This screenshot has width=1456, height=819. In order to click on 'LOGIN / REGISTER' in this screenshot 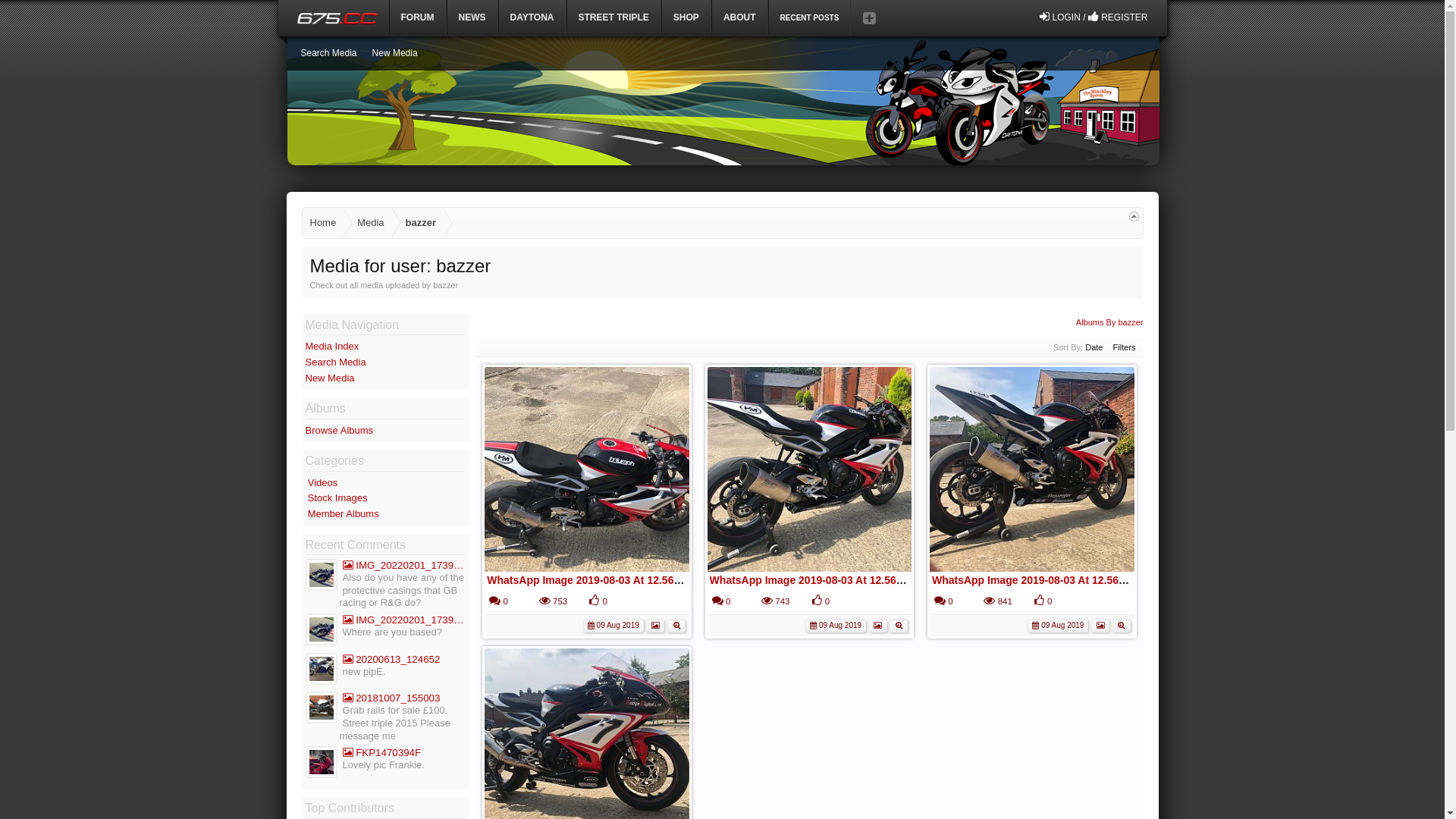, I will do `click(1093, 17)`.